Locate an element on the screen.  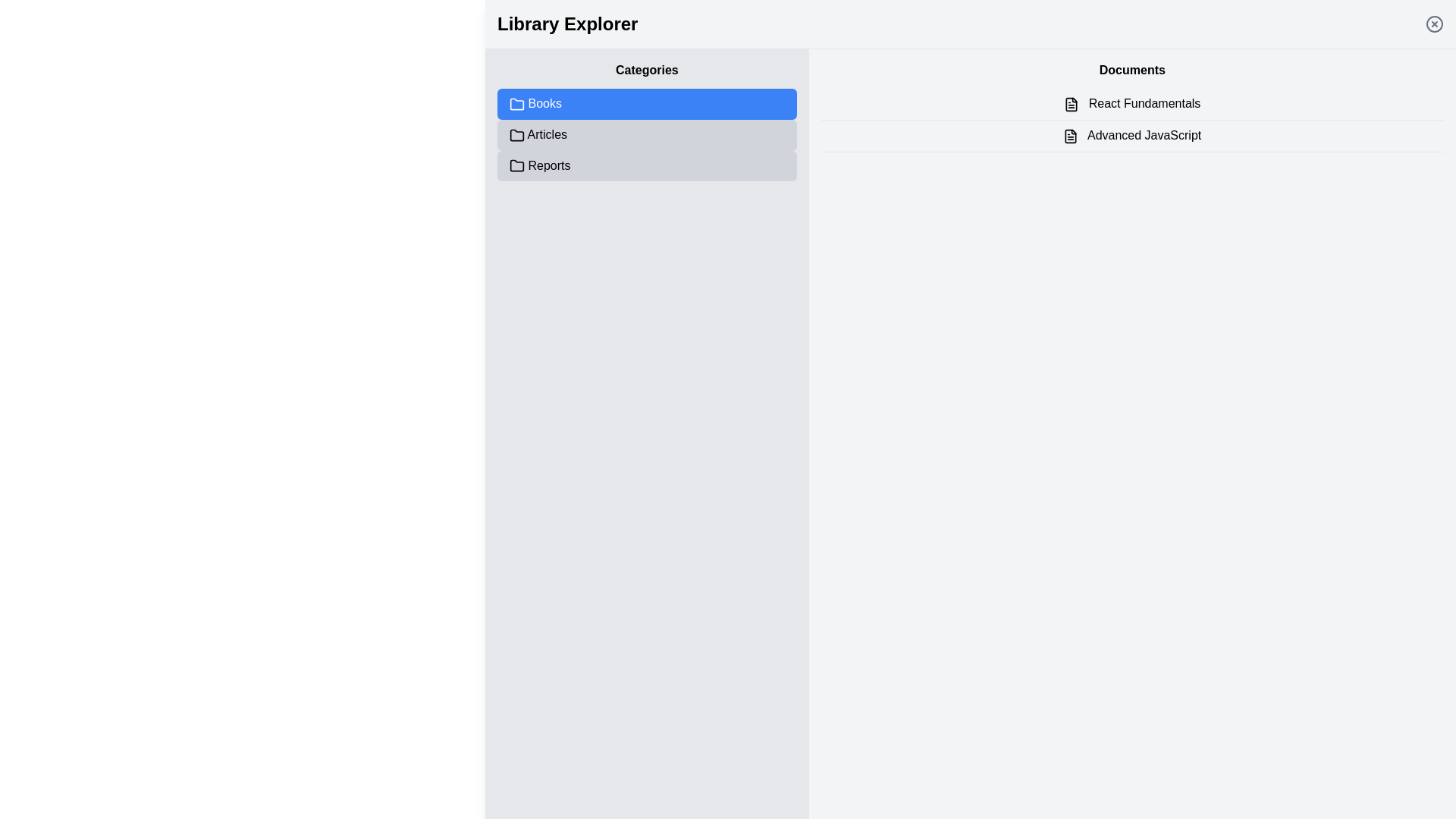
the text label header reading 'Categories', which is styled in bold and serves as a section header for items like 'Books', 'Articles', and 'Reports' is located at coordinates (647, 70).